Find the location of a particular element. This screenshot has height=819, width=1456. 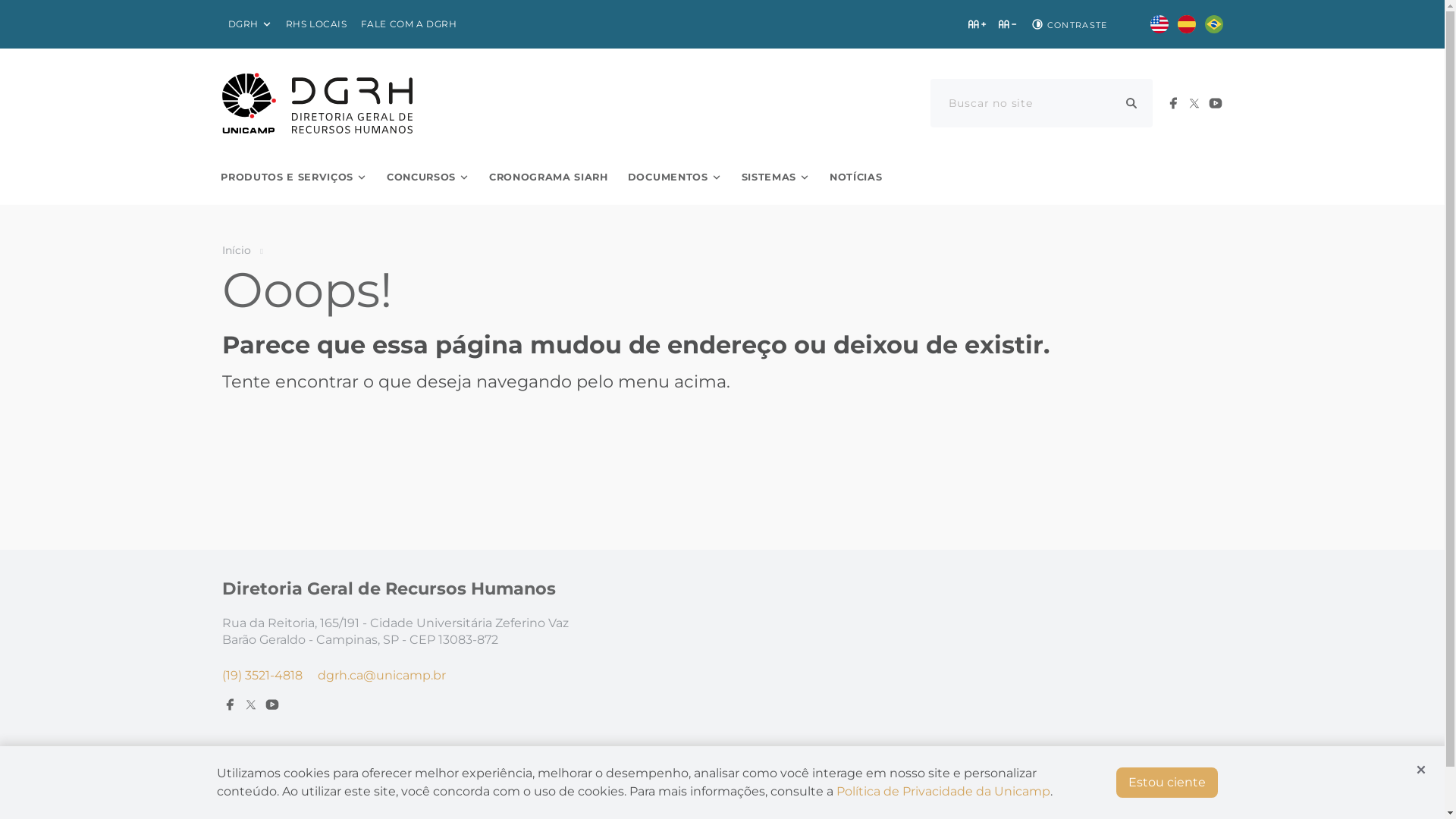

'Spanish' is located at coordinates (1185, 24).